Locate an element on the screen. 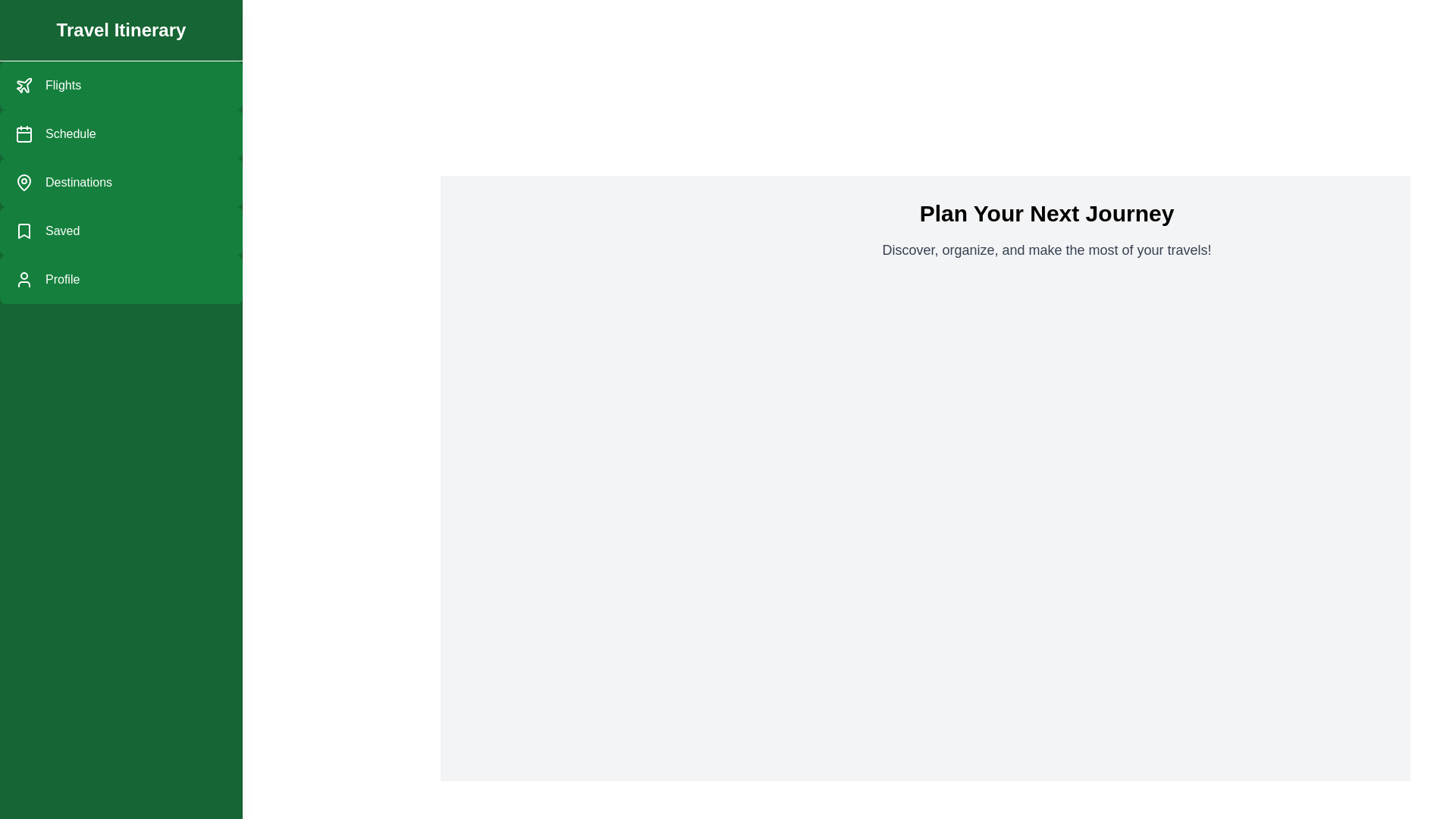 This screenshot has width=1456, height=819. the calendar icon in the 'Schedule' menu is located at coordinates (24, 133).